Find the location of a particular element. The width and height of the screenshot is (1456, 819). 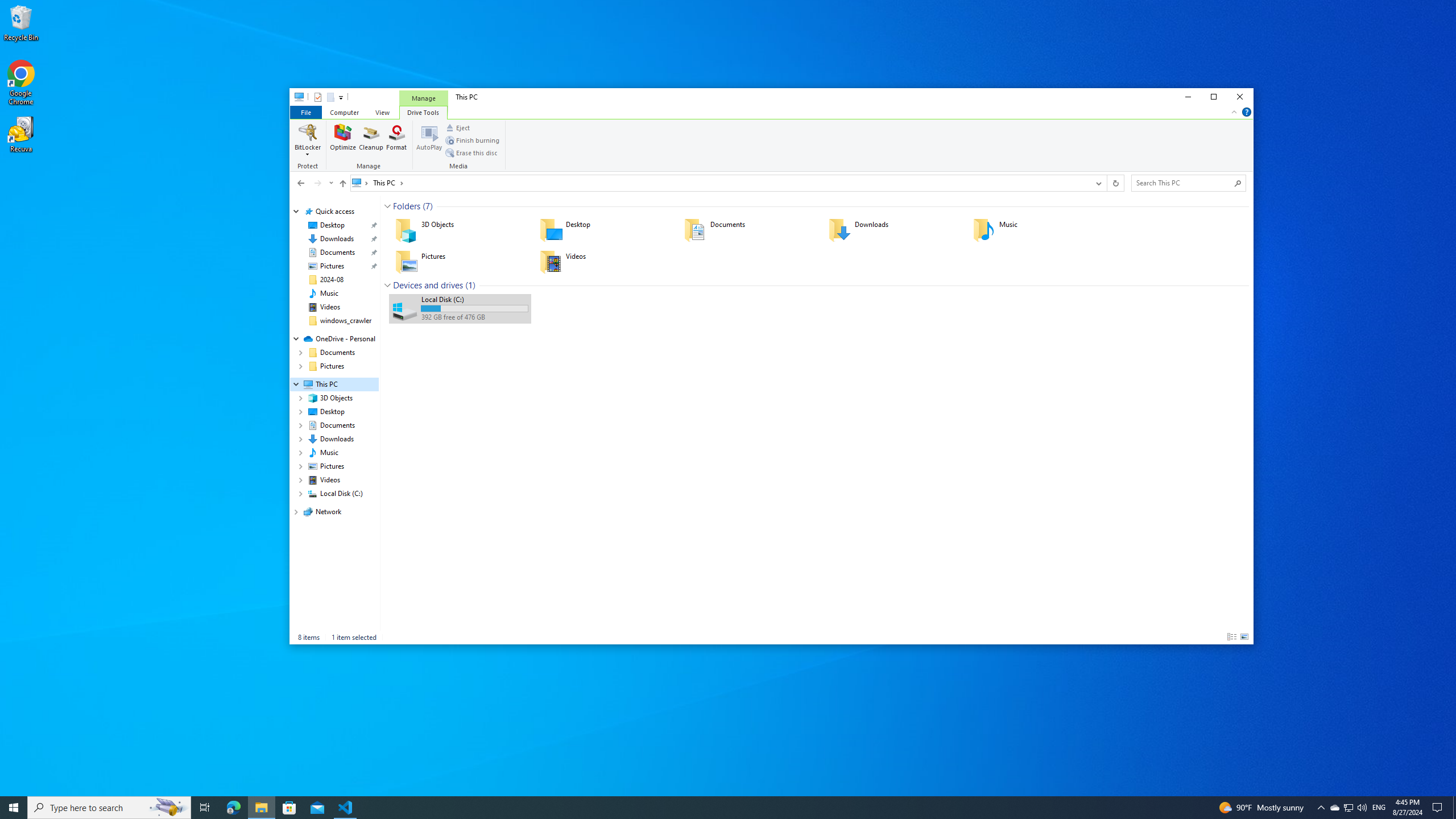

'Show desktop' is located at coordinates (1454, 806).